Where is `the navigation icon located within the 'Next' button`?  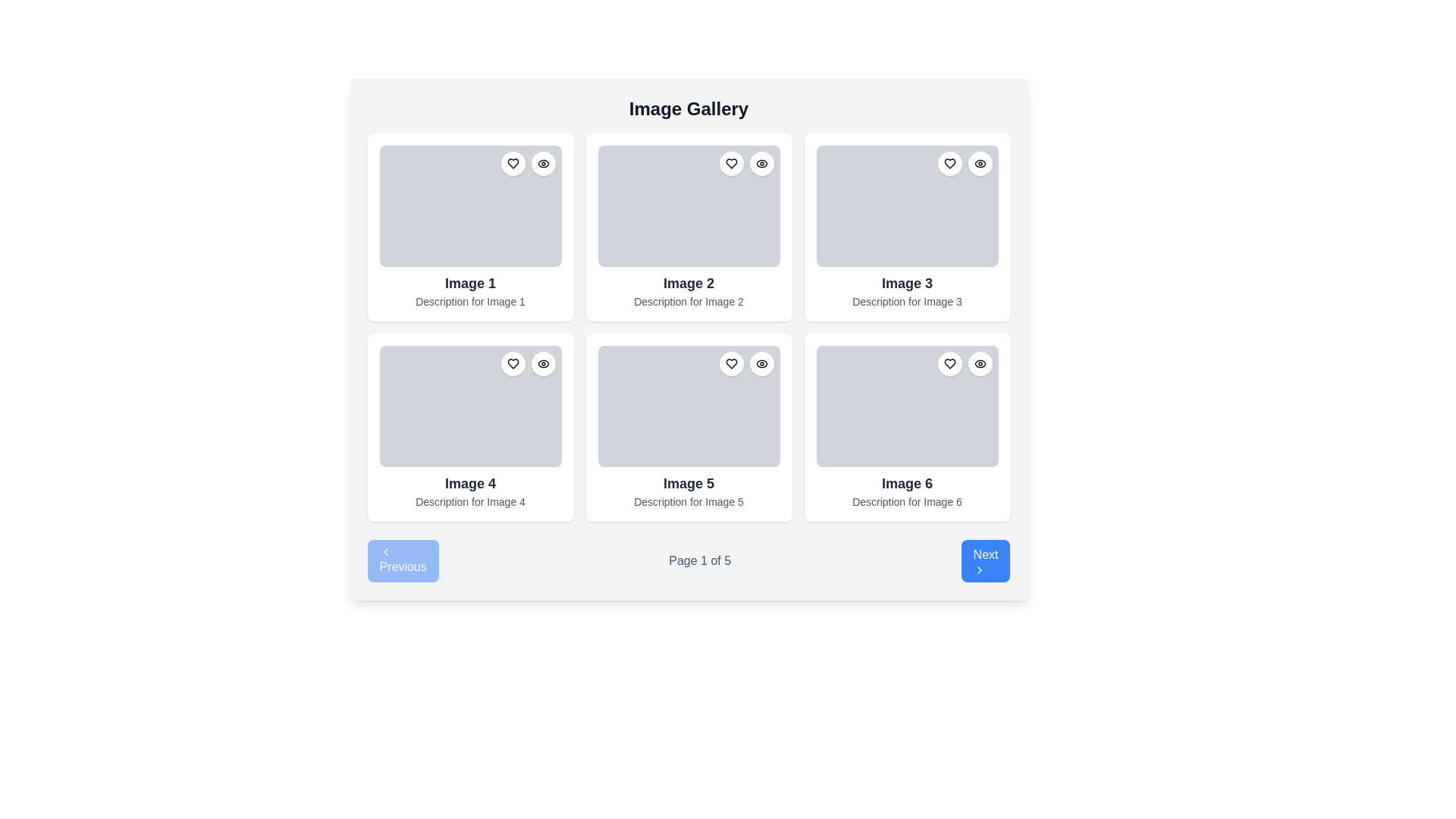
the navigation icon located within the 'Next' button is located at coordinates (979, 570).